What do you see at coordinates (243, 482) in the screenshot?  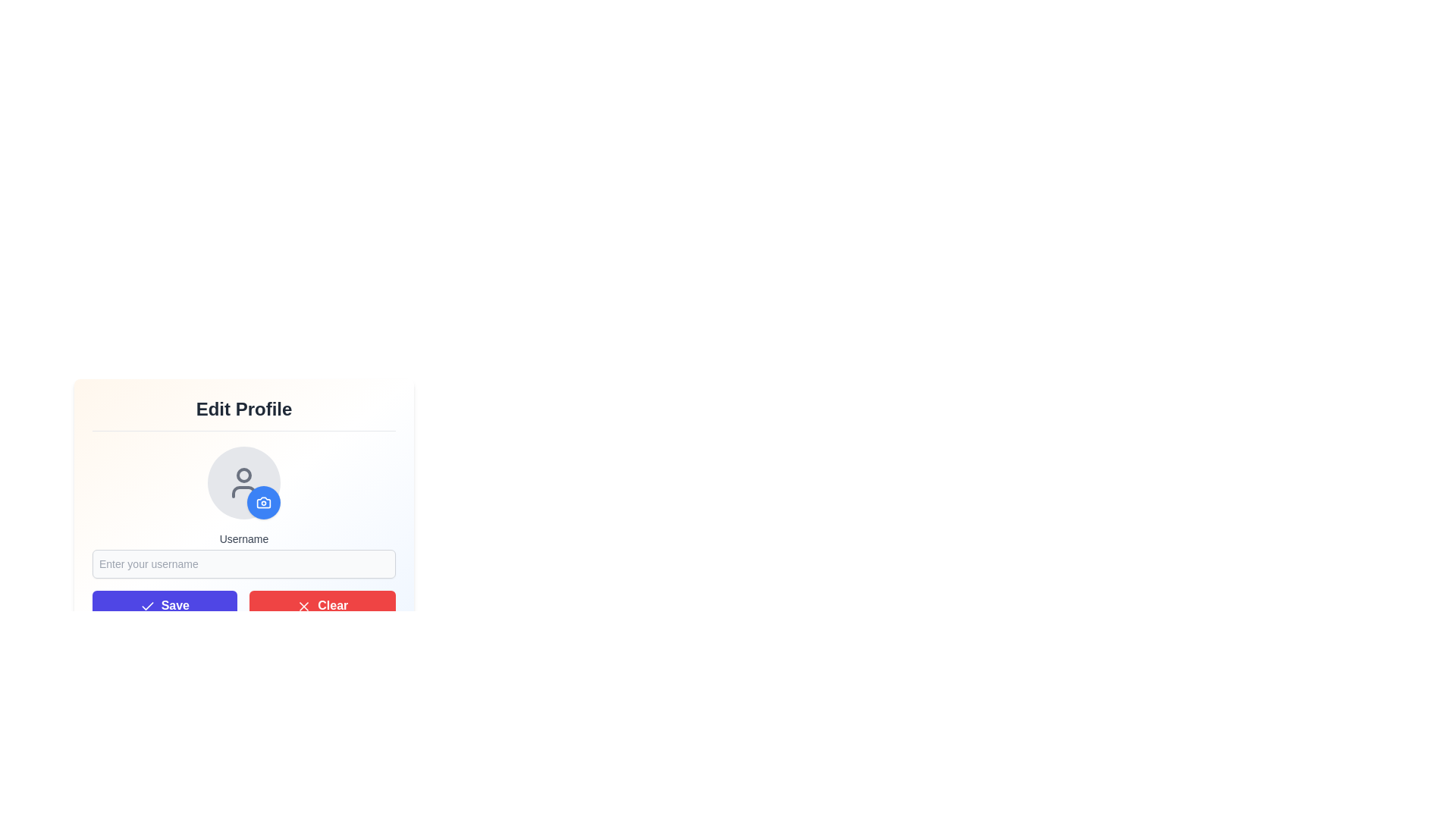 I see `an image onto the interactive avatar button located in the 'Edit Profile' card, which is centered beneath the 'Edit Profile' header and above the 'Username' area` at bounding box center [243, 482].